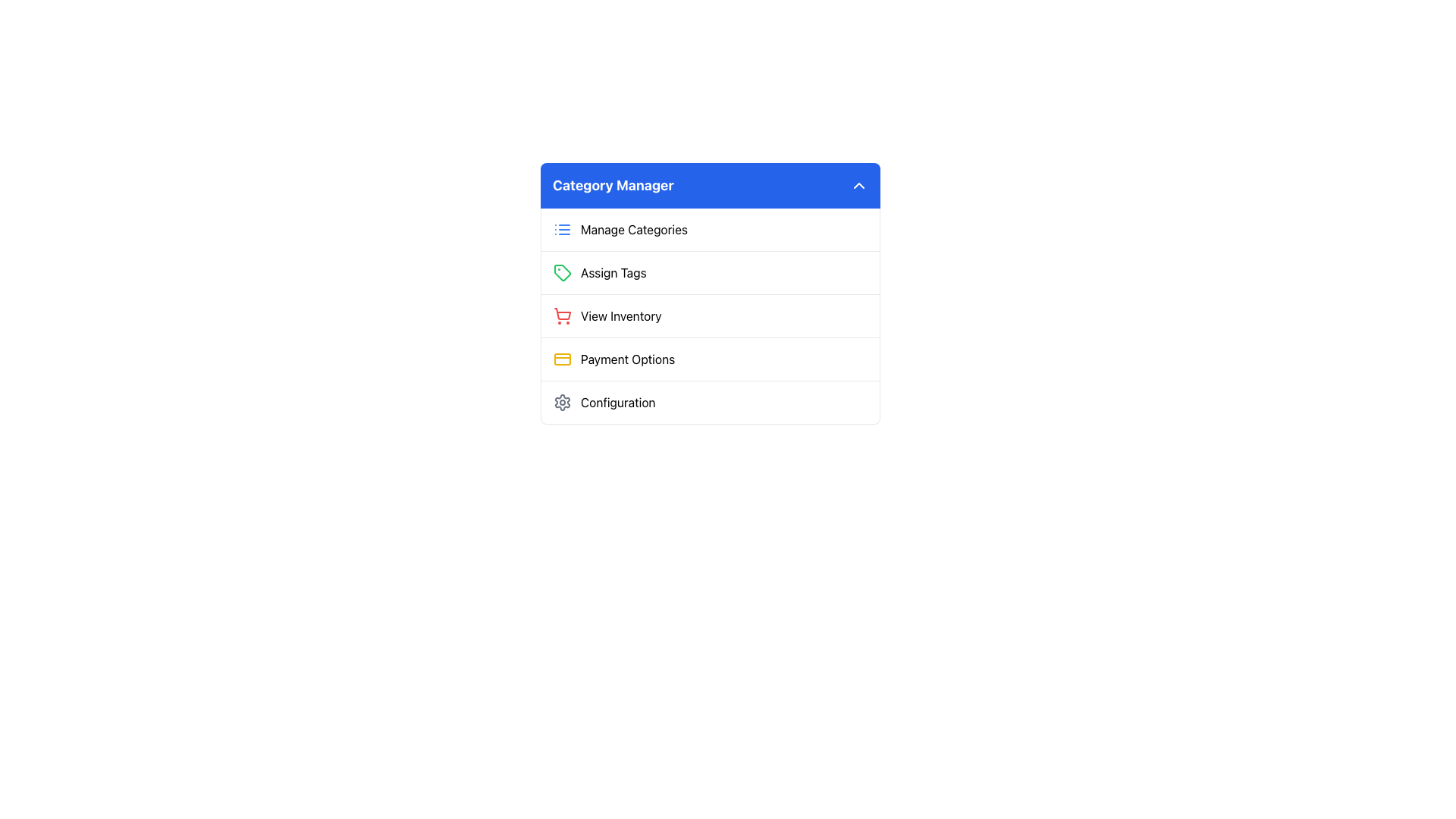  I want to click on the 'Payment Options' list item, so click(709, 359).